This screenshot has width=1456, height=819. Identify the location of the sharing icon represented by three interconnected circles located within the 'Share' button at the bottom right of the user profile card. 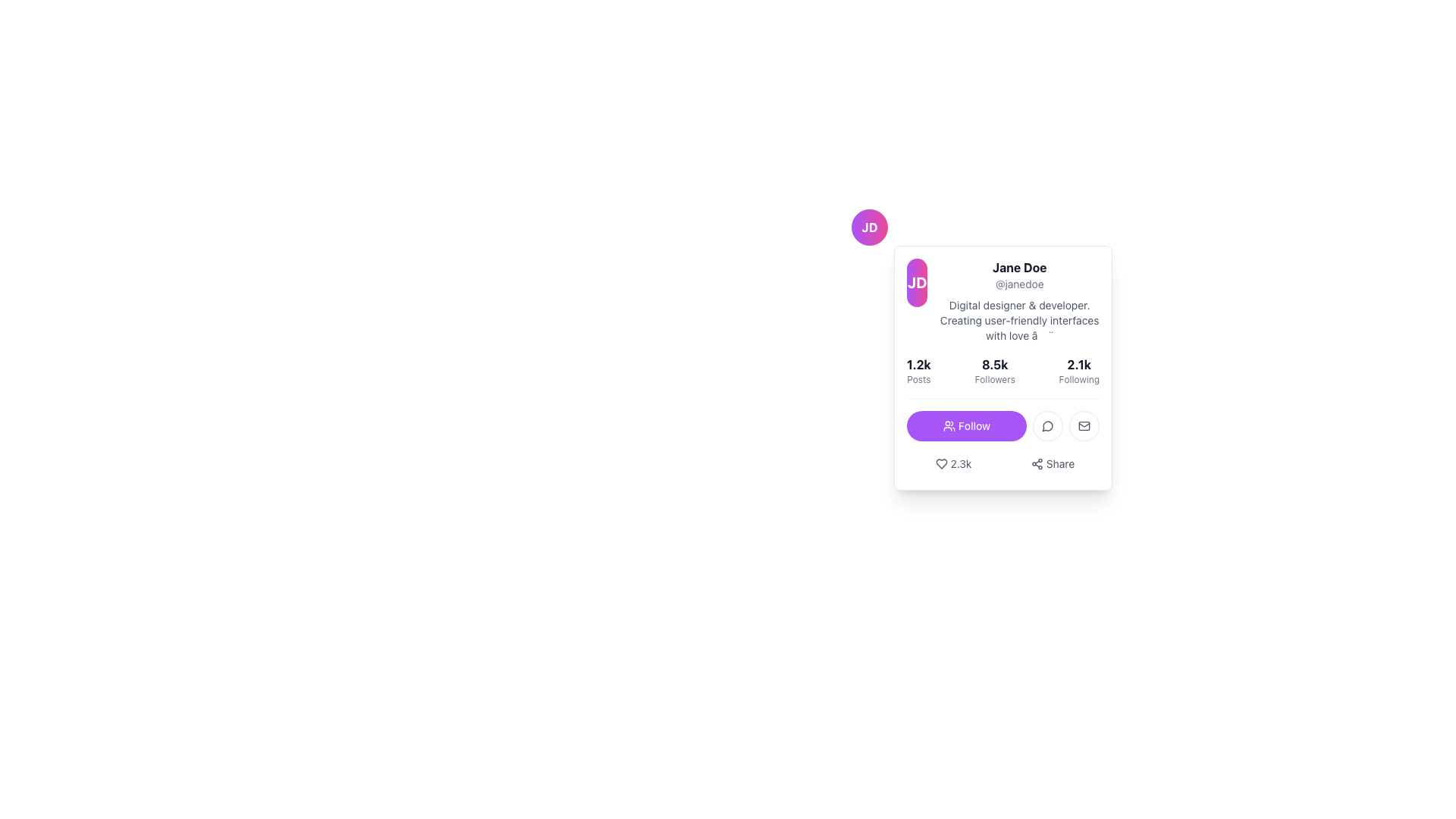
(1036, 463).